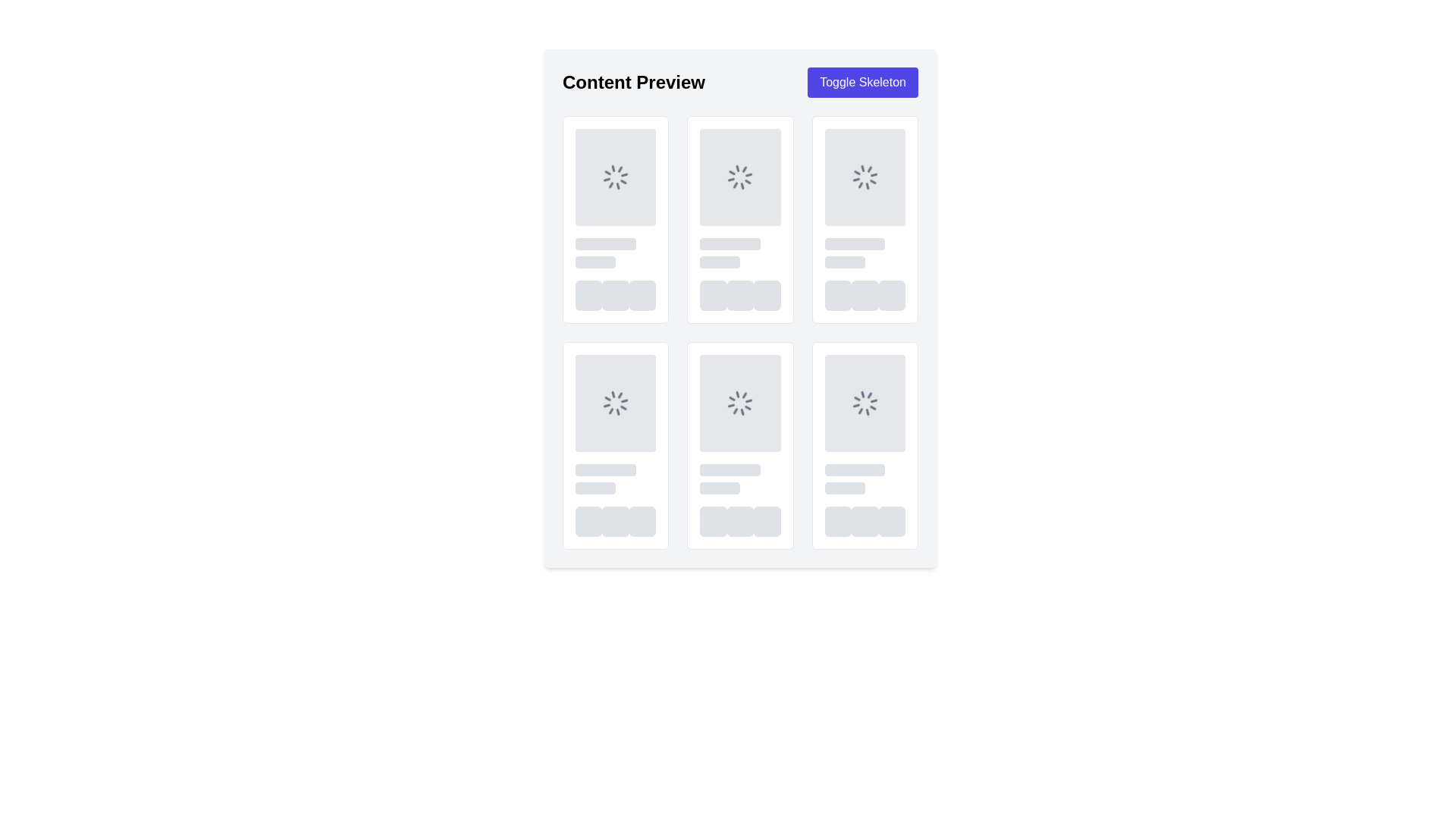 The image size is (1456, 819). I want to click on the loading spinner icon located in the second row and third column of the grid in the Content Preview layout, which serves as a visual indicator for loading or processing state, so click(864, 403).